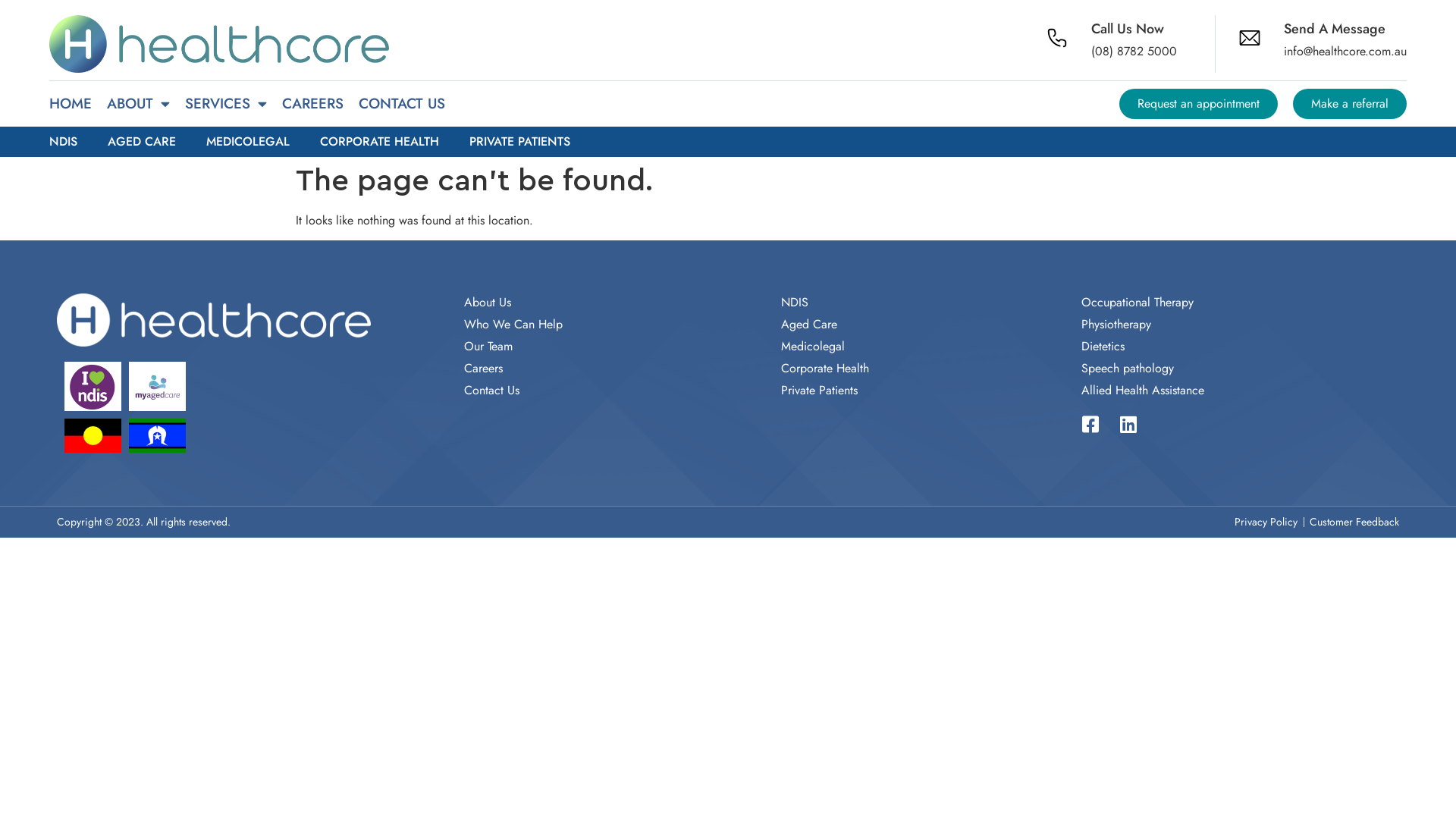 The image size is (1456, 819). What do you see at coordinates (69, 103) in the screenshot?
I see `'HOME'` at bounding box center [69, 103].